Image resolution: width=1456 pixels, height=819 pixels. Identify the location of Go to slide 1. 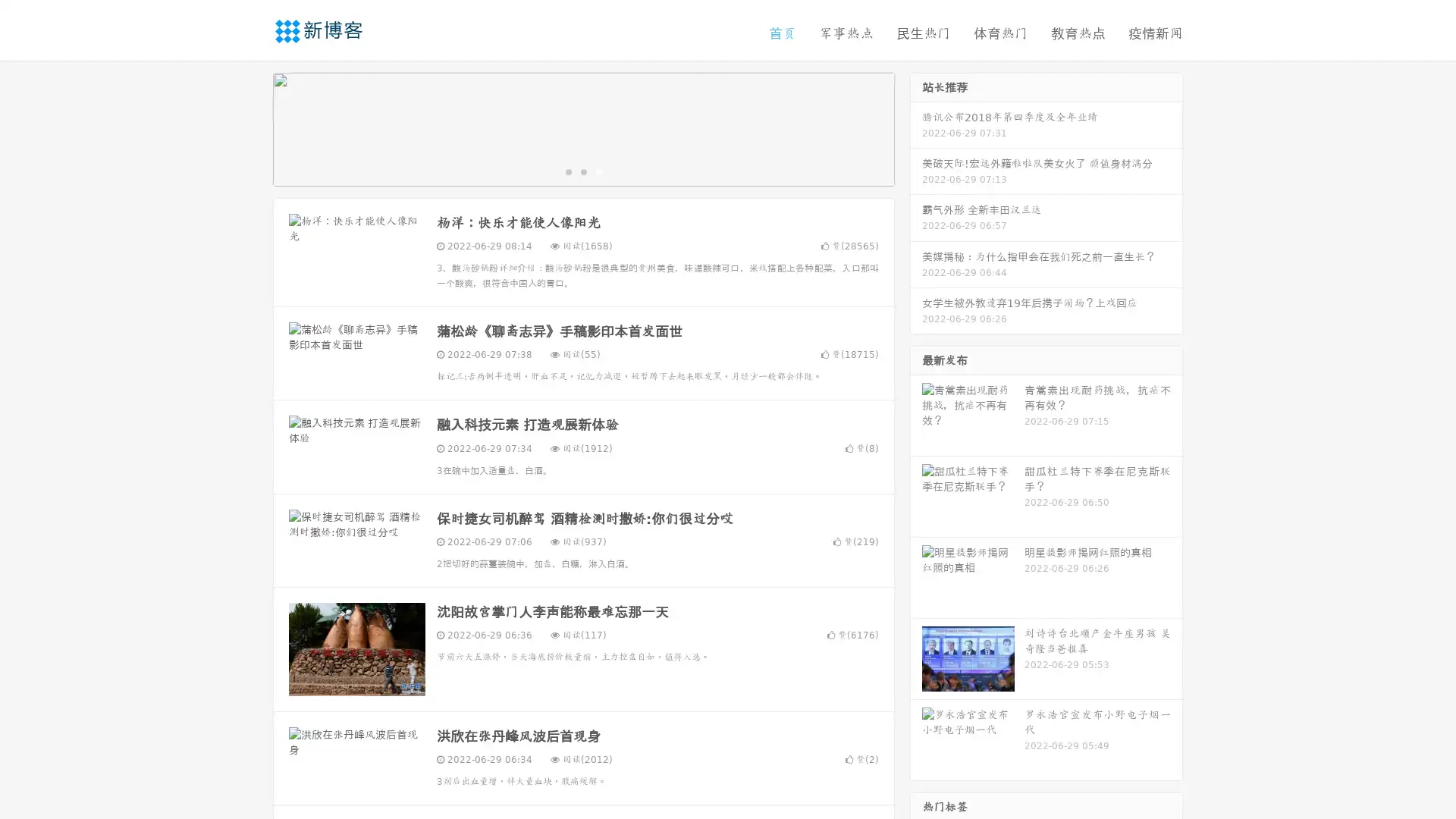
(567, 171).